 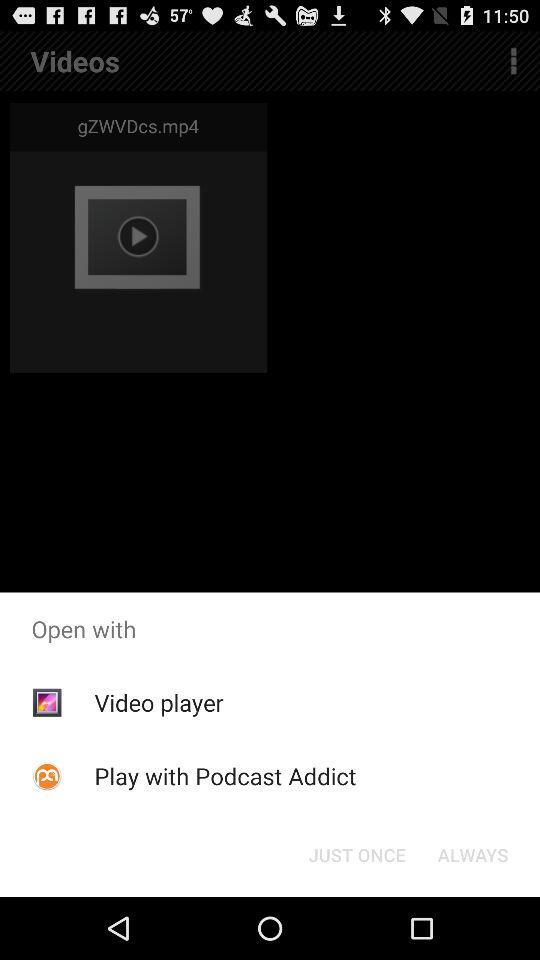 What do you see at coordinates (472, 853) in the screenshot?
I see `the always item` at bounding box center [472, 853].